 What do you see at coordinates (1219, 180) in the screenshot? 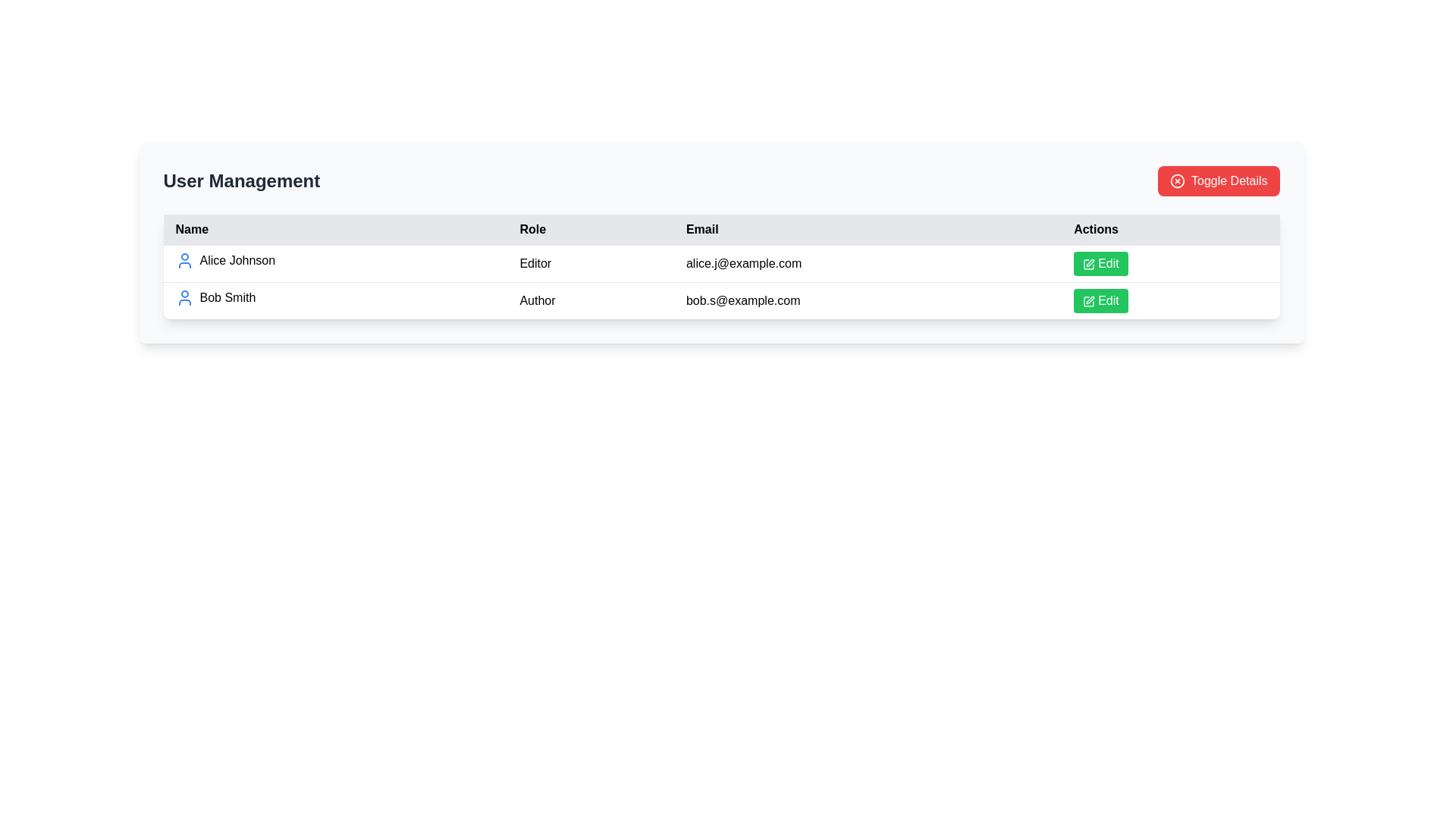
I see `the button in the top-right corner of the 'User Management' section` at bounding box center [1219, 180].